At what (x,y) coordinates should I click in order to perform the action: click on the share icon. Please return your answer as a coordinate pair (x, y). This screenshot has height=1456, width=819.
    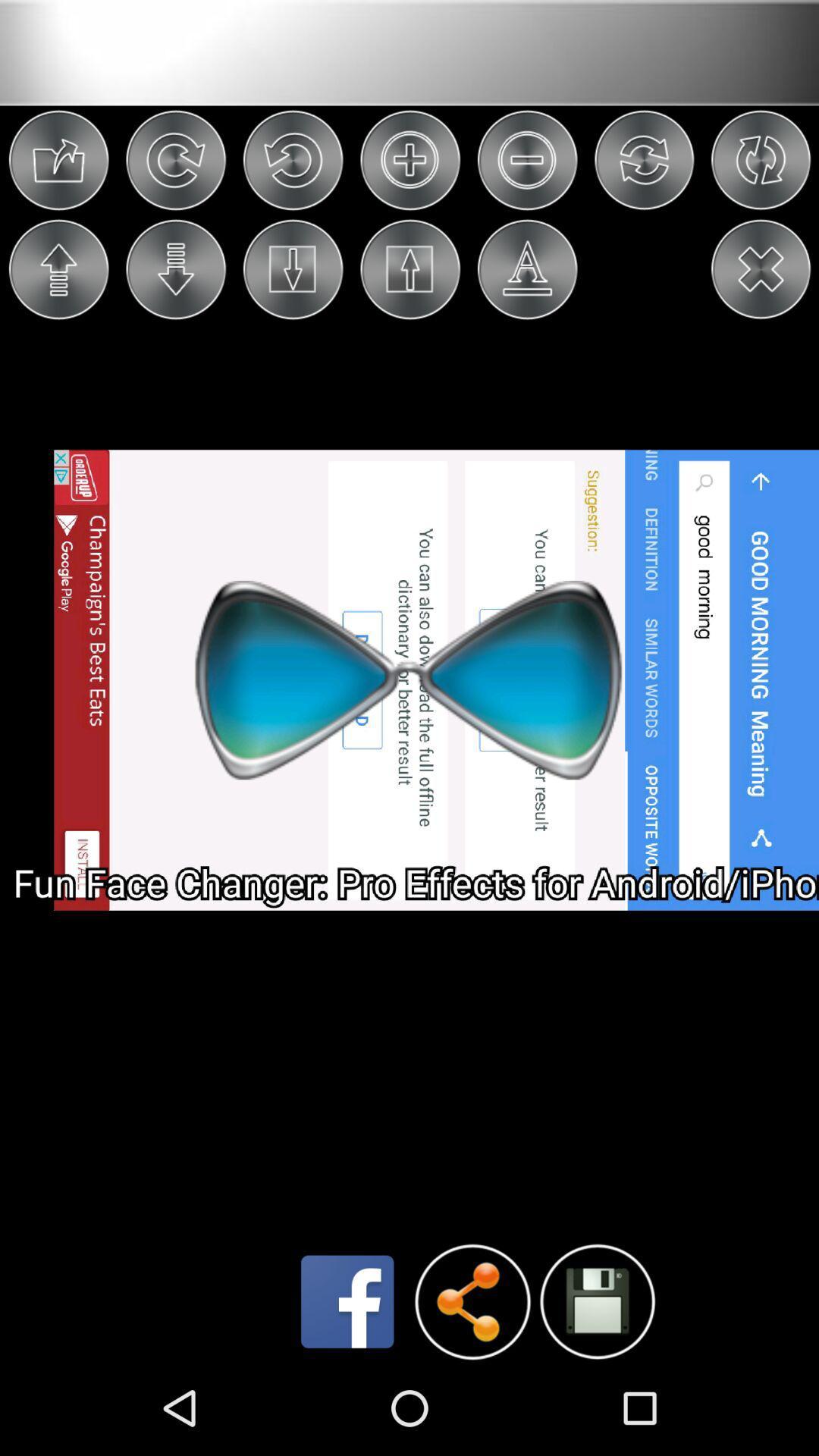
    Looking at the image, I should click on (472, 1393).